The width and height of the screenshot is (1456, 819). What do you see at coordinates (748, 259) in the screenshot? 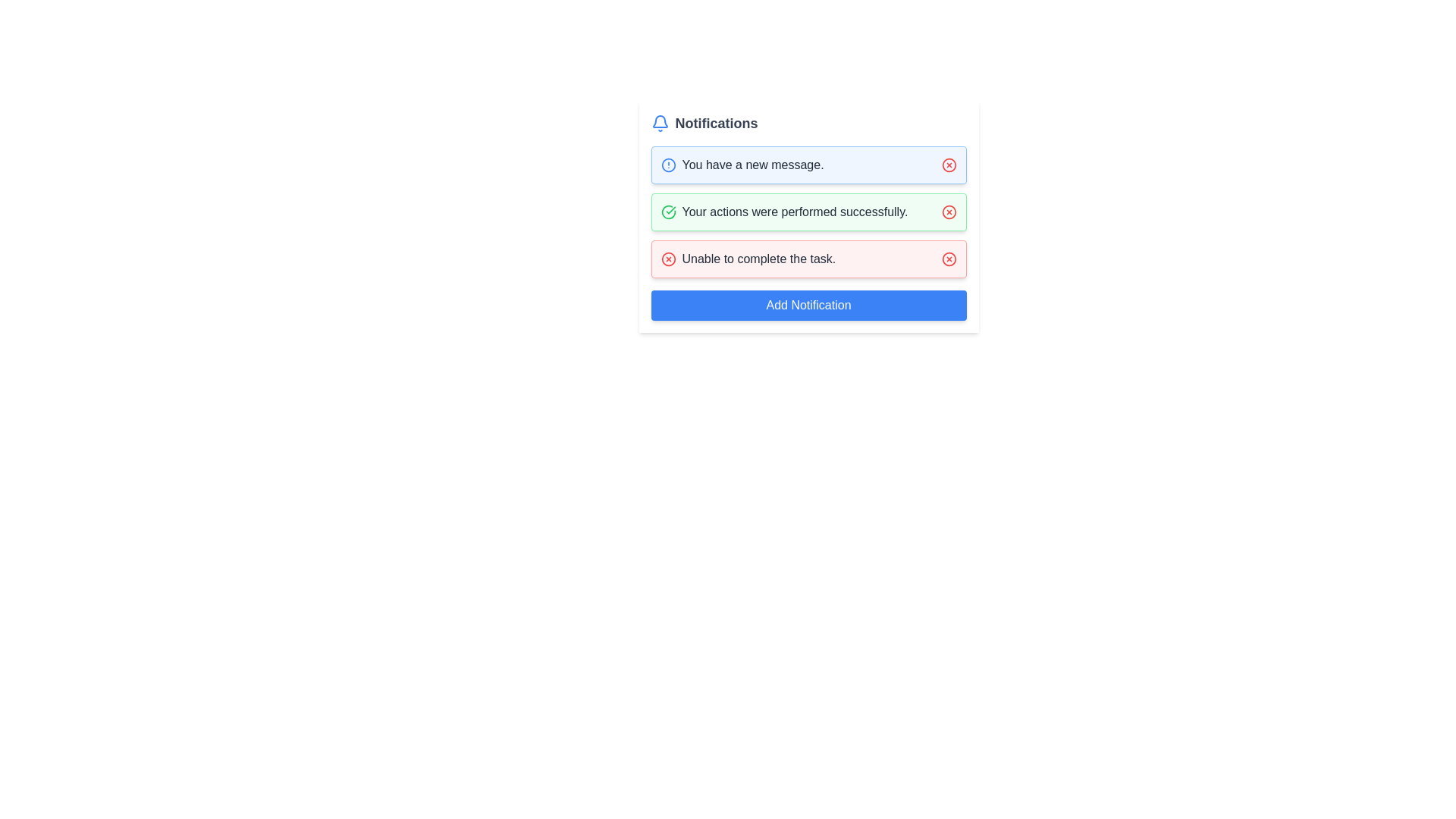
I see `notification message that has a red background and displays the text 'Unable to complete the task.'` at bounding box center [748, 259].